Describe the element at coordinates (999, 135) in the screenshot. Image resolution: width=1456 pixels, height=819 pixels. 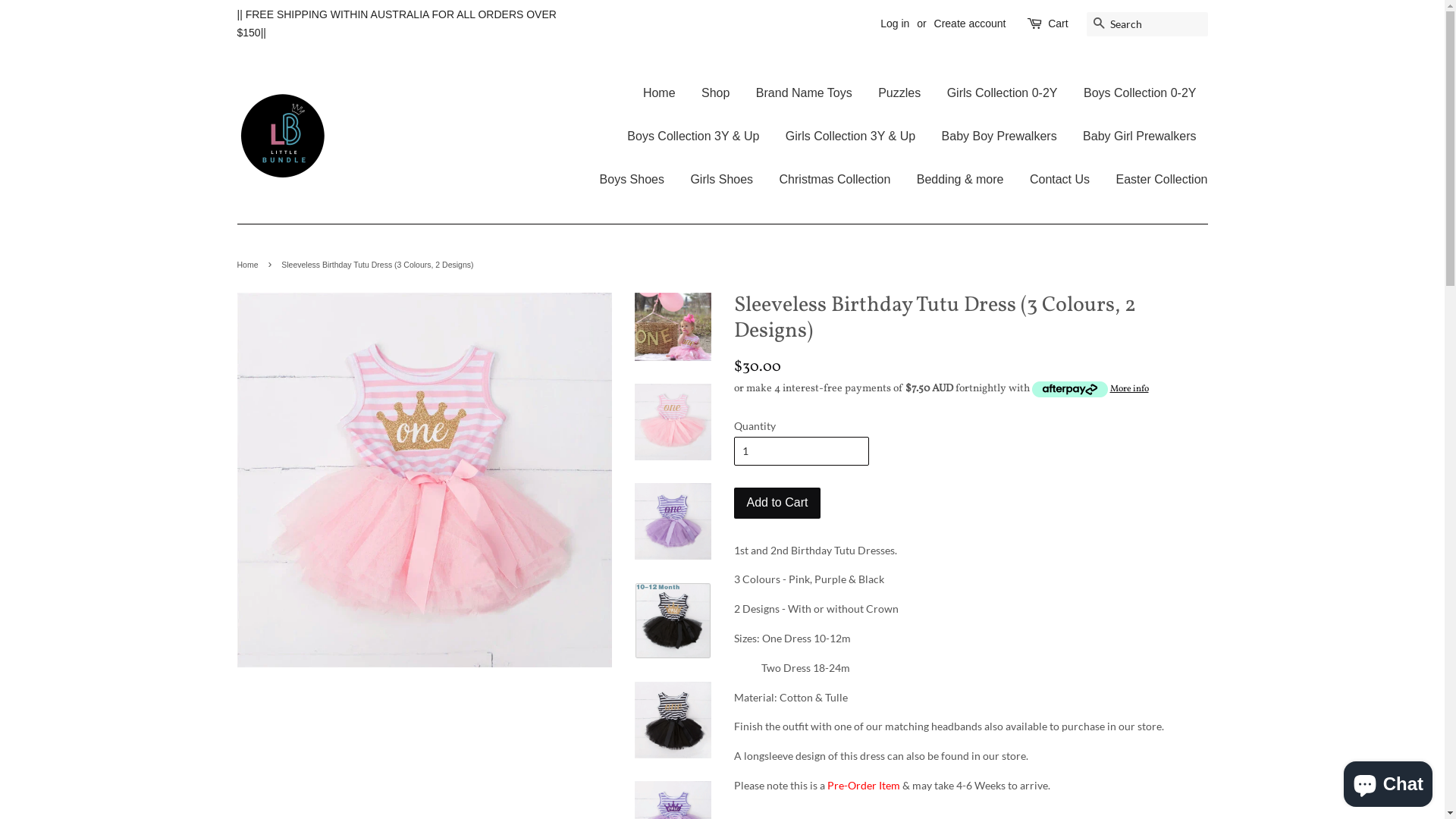
I see `'Baby Boy Prewalkers'` at that location.